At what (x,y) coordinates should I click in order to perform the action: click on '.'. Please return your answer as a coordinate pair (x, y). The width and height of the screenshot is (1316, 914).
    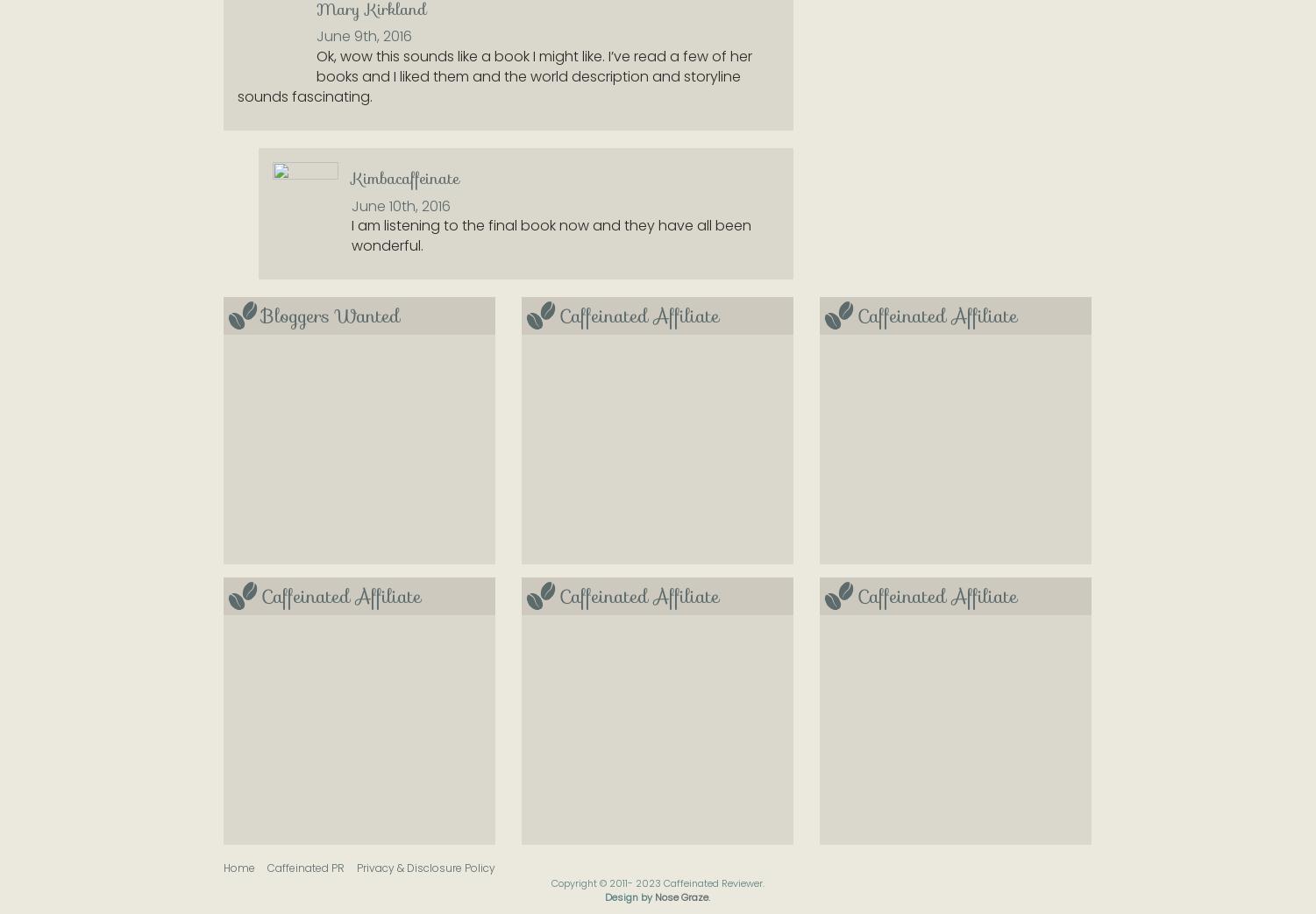
    Looking at the image, I should click on (708, 897).